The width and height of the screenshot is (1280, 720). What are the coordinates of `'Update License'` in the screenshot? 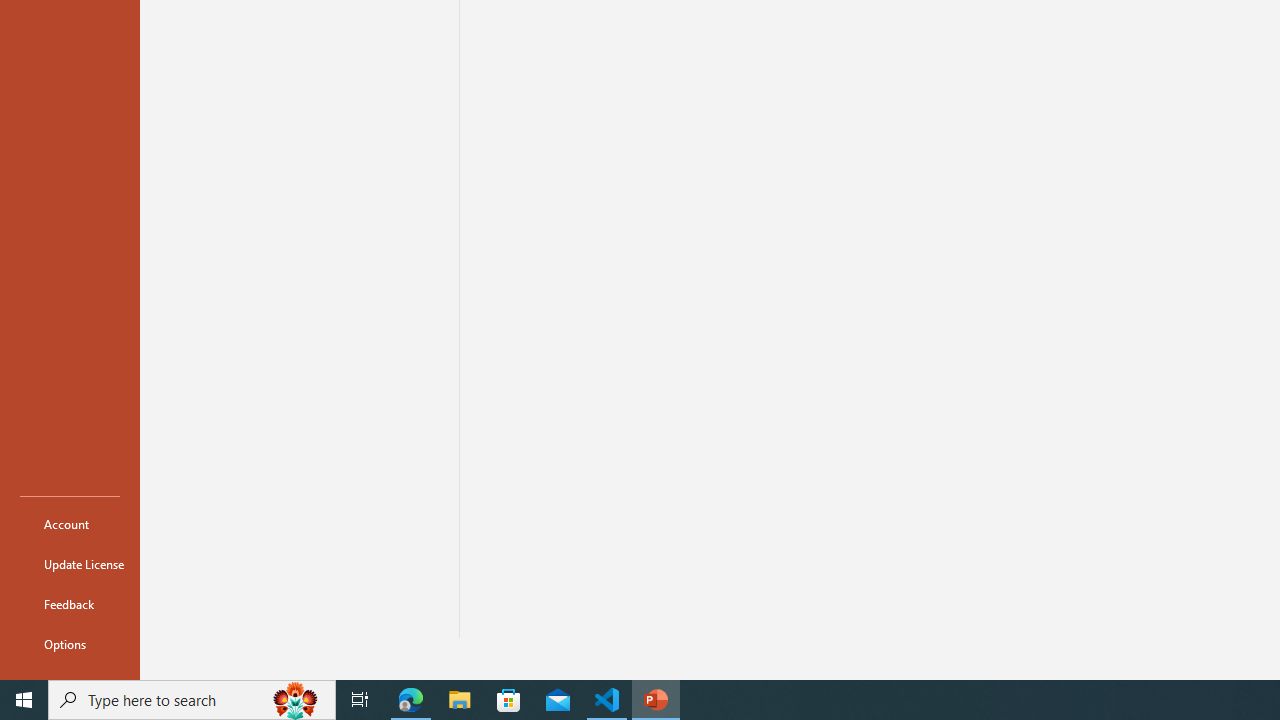 It's located at (69, 564).